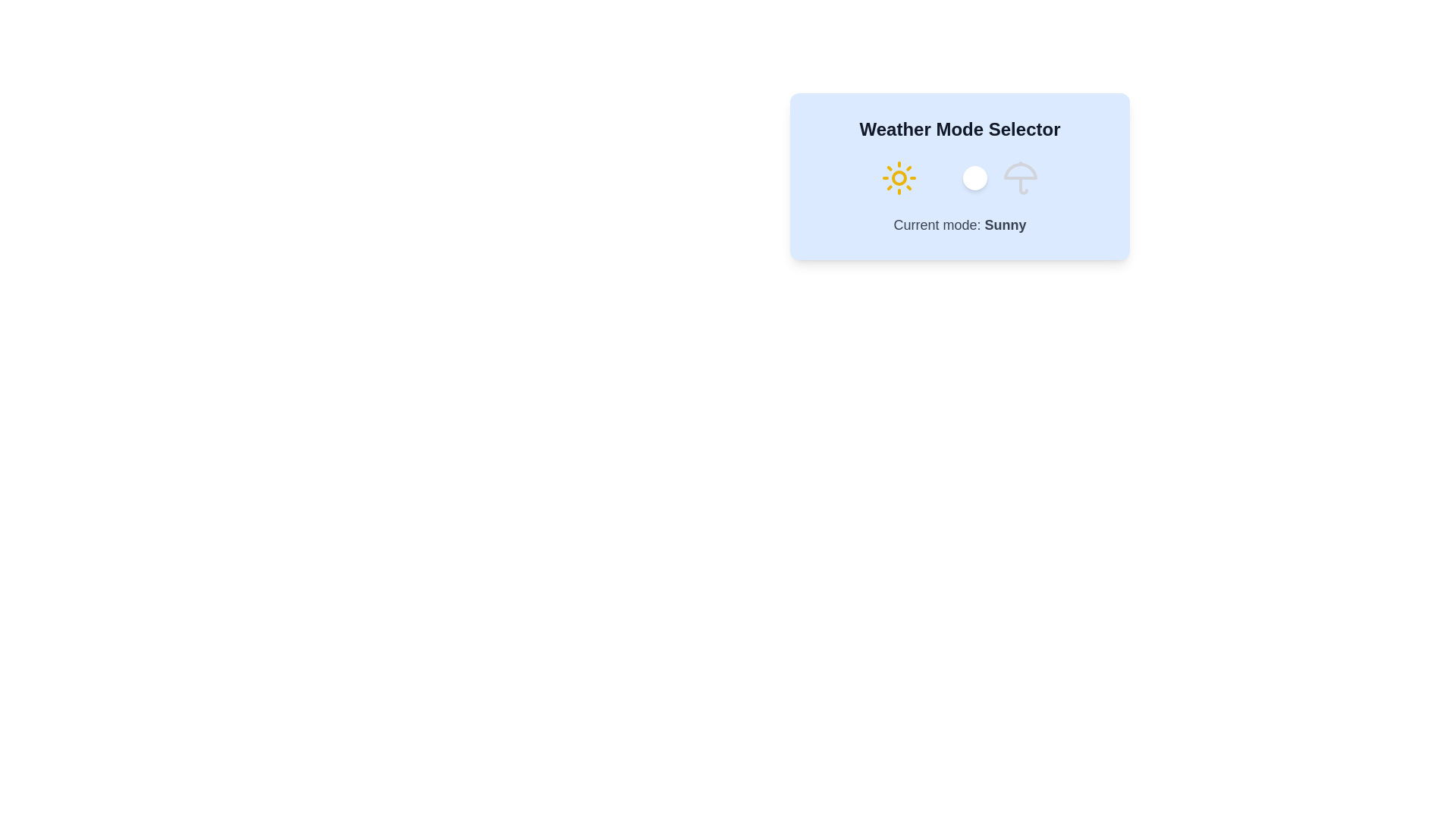 Image resolution: width=1456 pixels, height=819 pixels. Describe the element at coordinates (1005, 225) in the screenshot. I see `the static text label displaying 'Current mode: Sunny', which indicates the current mode or state selected within the application` at that location.